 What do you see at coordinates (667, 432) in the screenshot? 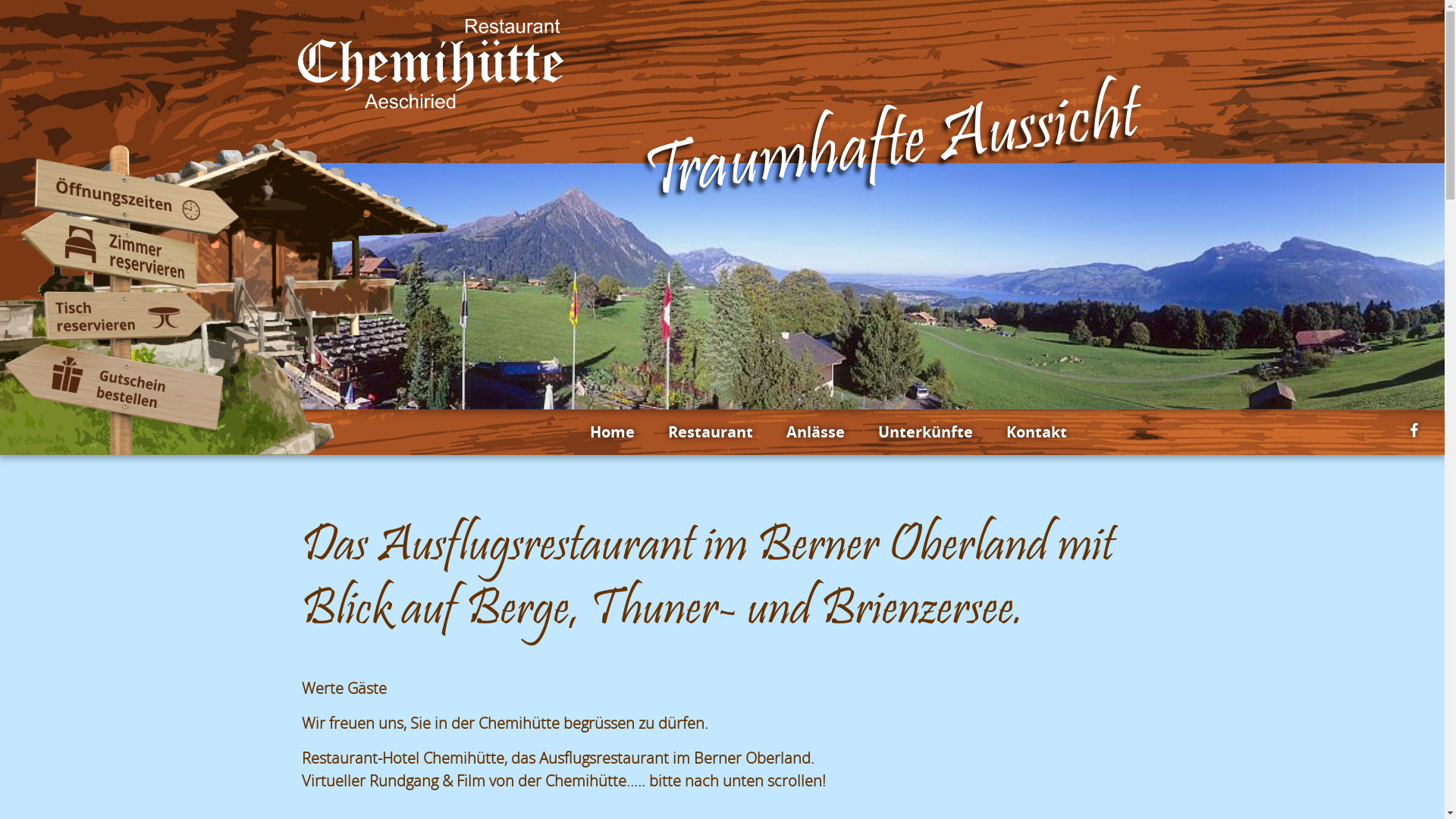
I see `'Restaurant'` at bounding box center [667, 432].